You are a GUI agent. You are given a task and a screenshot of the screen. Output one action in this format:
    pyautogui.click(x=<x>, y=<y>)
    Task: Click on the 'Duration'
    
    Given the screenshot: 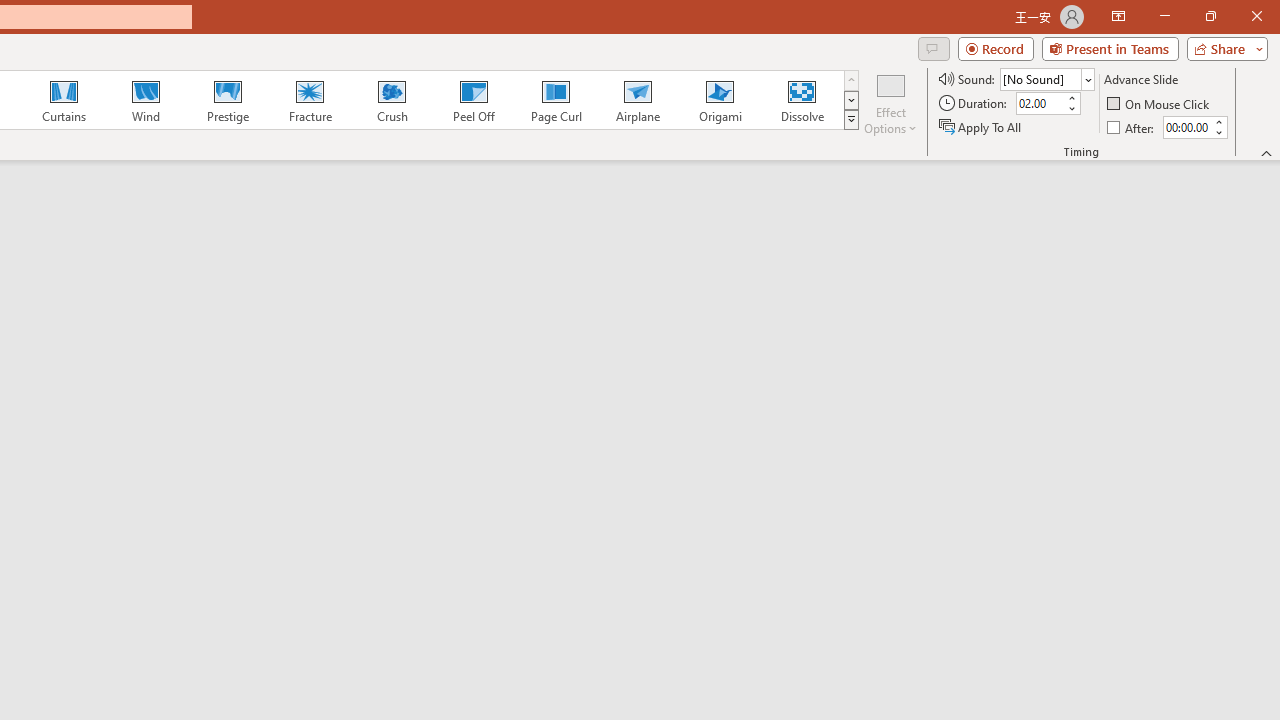 What is the action you would take?
    pyautogui.click(x=1040, y=103)
    